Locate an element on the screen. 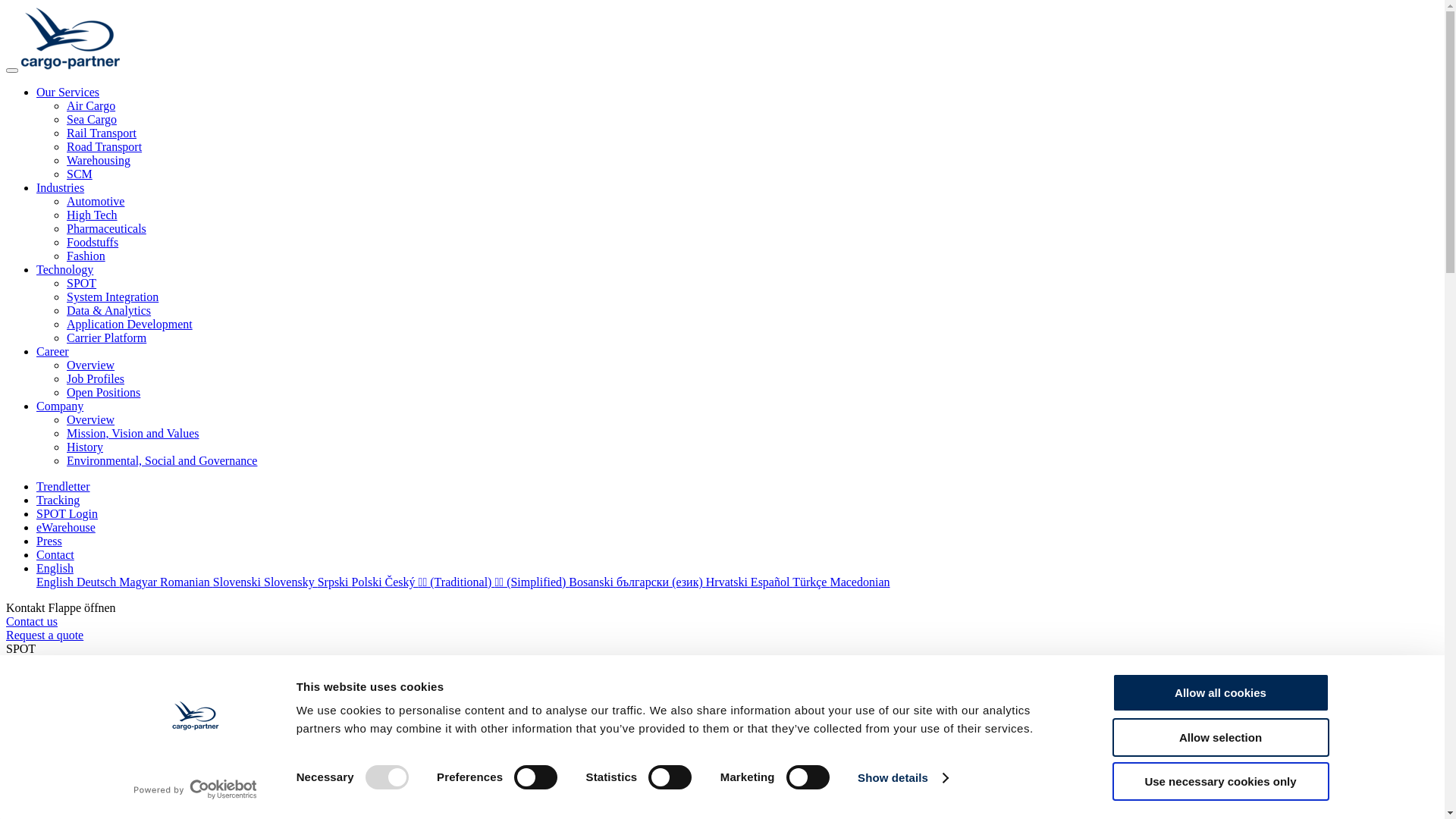  'Contact us' is located at coordinates (32, 621).